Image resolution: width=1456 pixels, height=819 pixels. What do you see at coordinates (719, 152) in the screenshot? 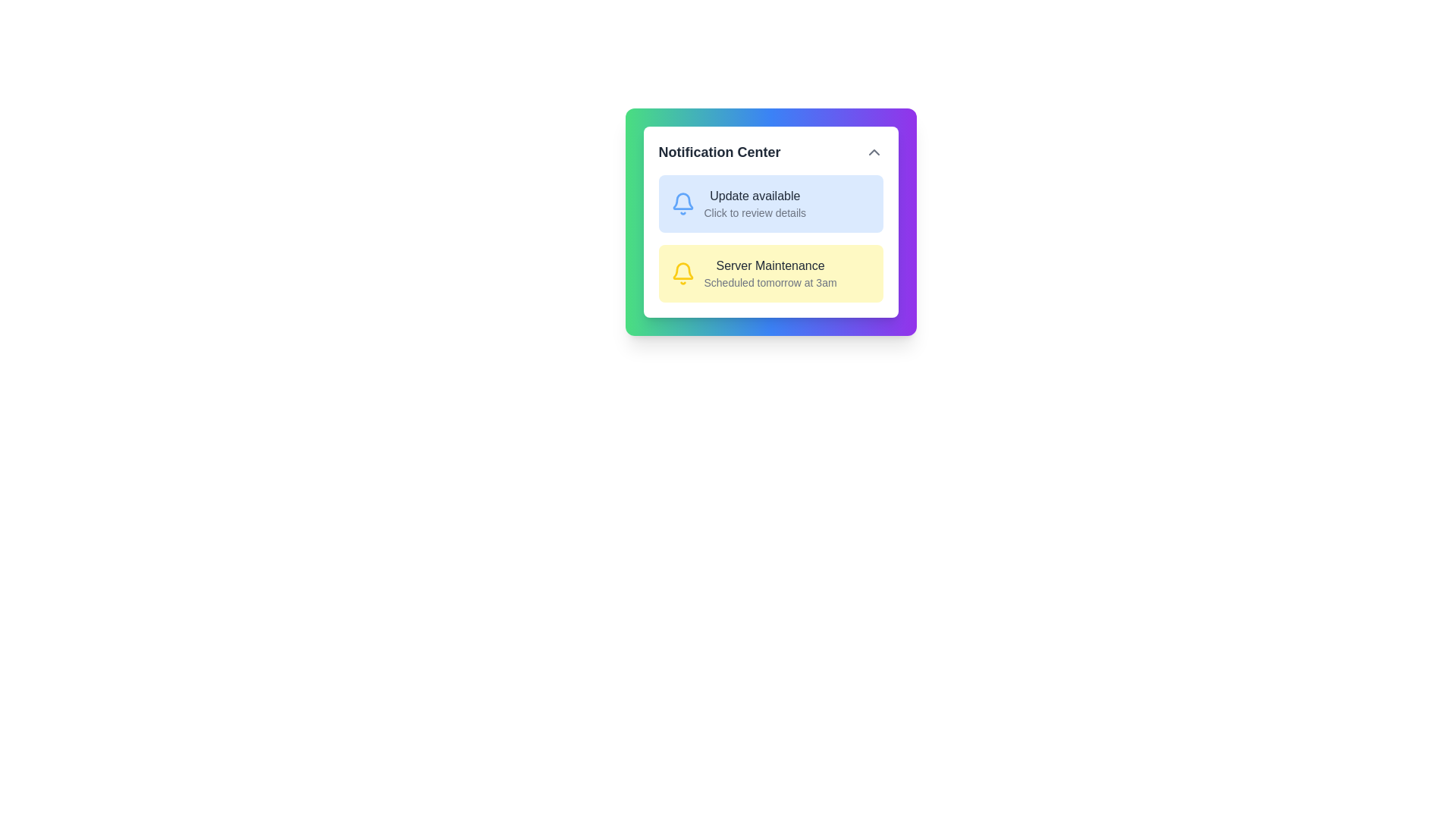
I see `the Text Label that serves as the title for the Notification Center component, positioned at the top of the floating rectangular card` at bounding box center [719, 152].